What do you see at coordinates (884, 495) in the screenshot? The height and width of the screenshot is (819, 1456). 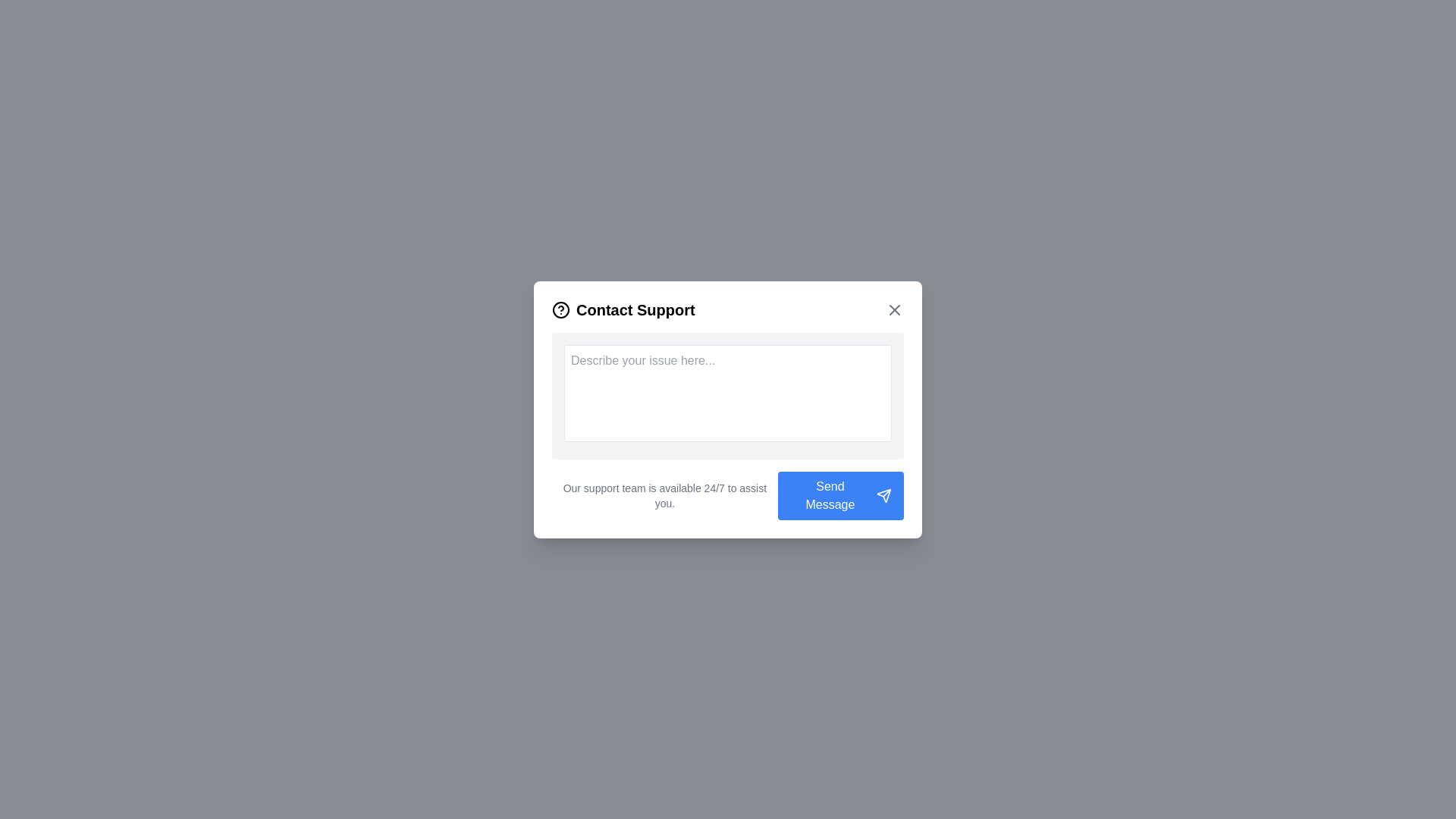 I see `the paper airplane icon located next to the 'Send Message' text within the button to trigger the hover state` at bounding box center [884, 495].